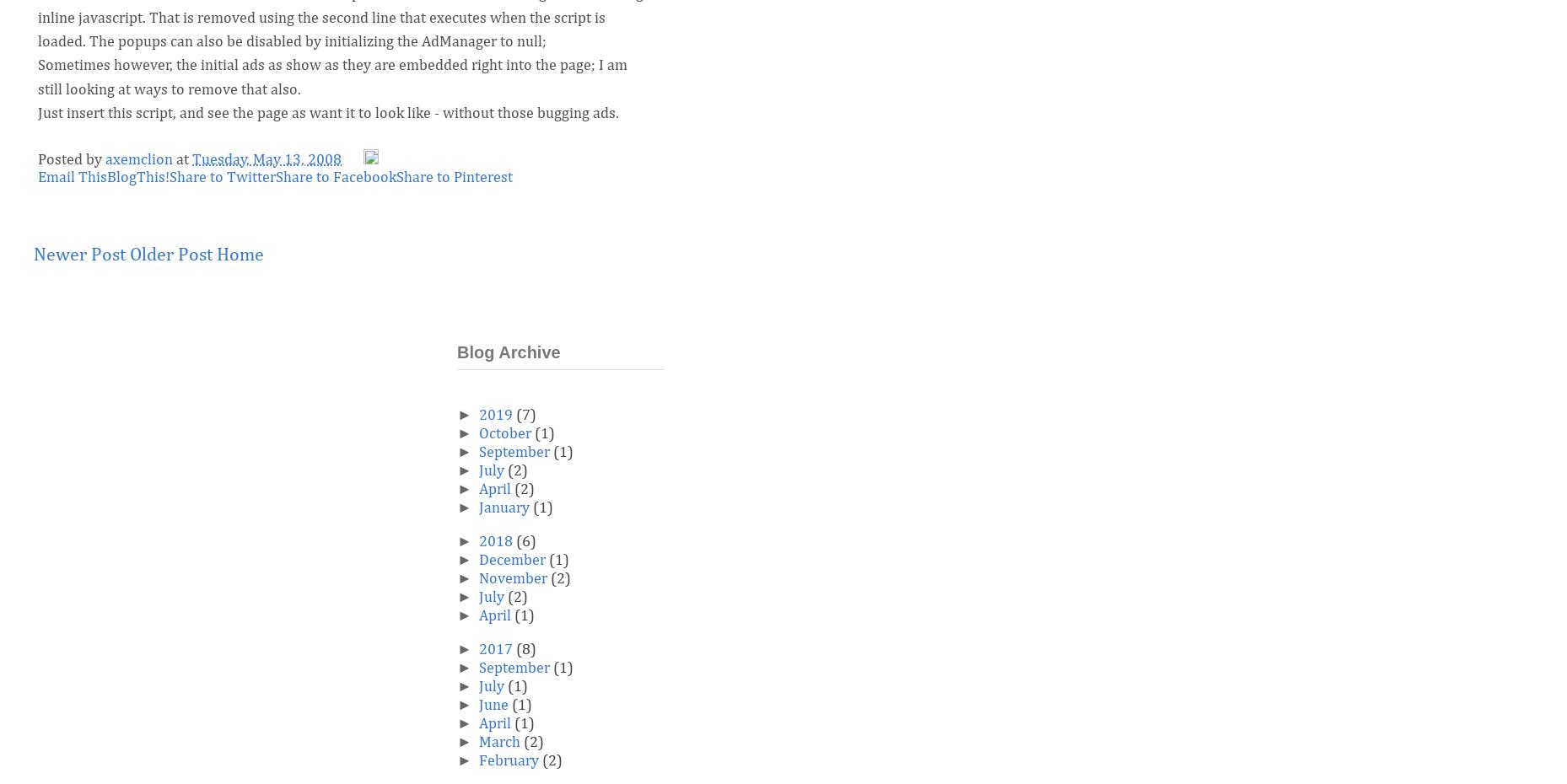 The width and height of the screenshot is (1567, 784). What do you see at coordinates (507, 352) in the screenshot?
I see `'Blog Archive'` at bounding box center [507, 352].